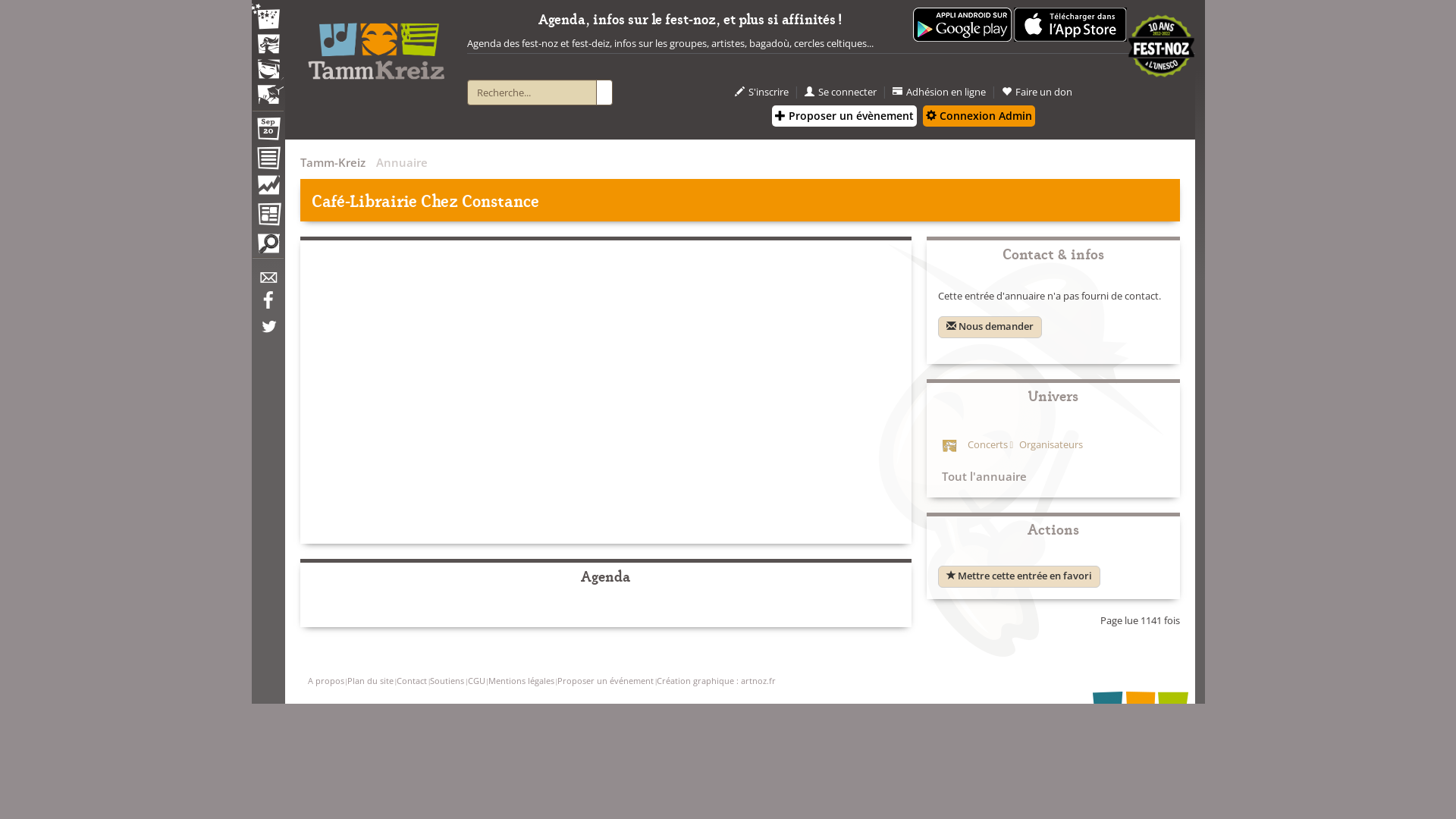  What do you see at coordinates (987, 444) in the screenshot?
I see `'Concerts'` at bounding box center [987, 444].